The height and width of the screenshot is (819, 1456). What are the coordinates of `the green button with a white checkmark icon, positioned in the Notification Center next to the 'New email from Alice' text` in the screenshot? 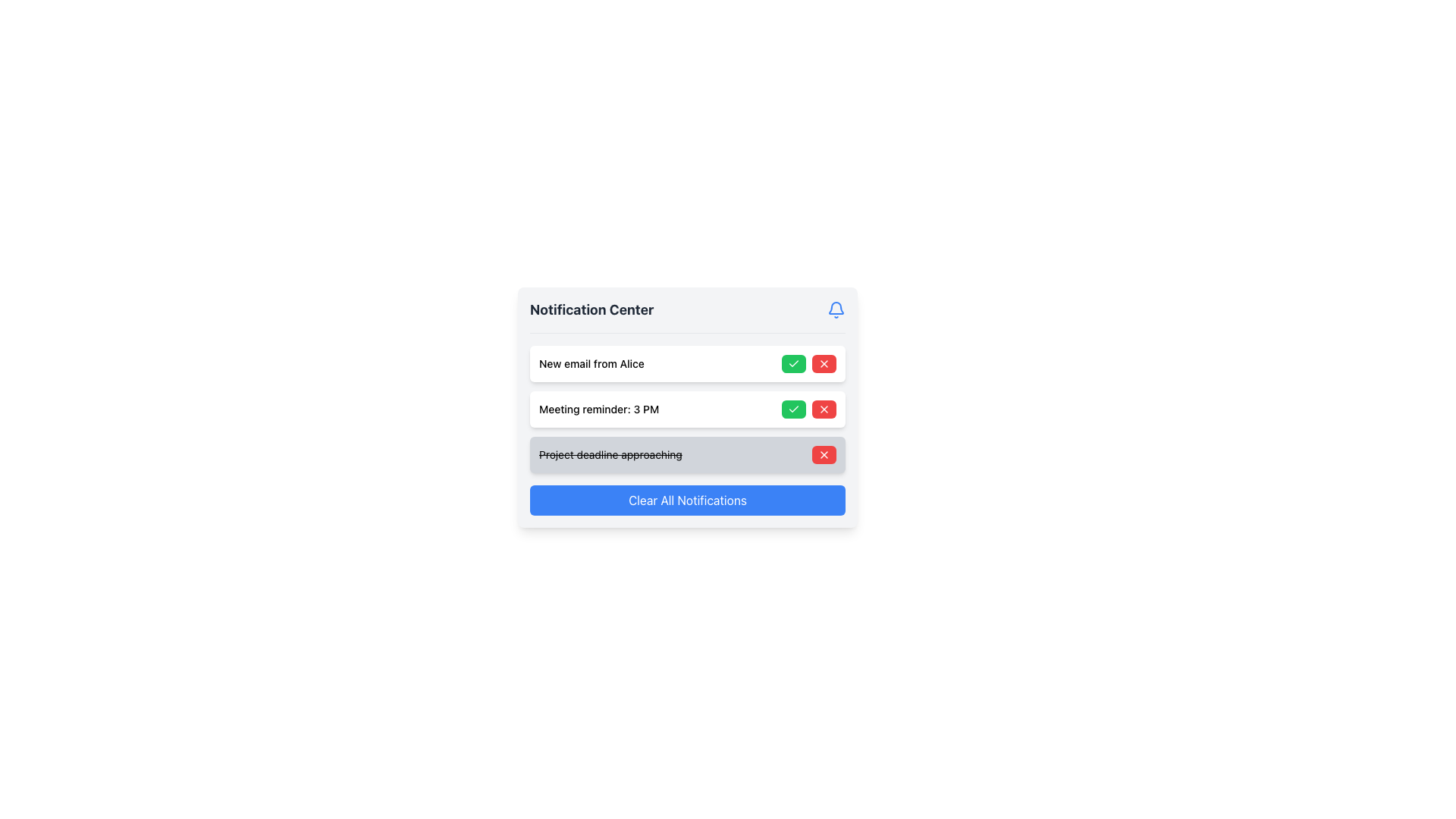 It's located at (792, 363).